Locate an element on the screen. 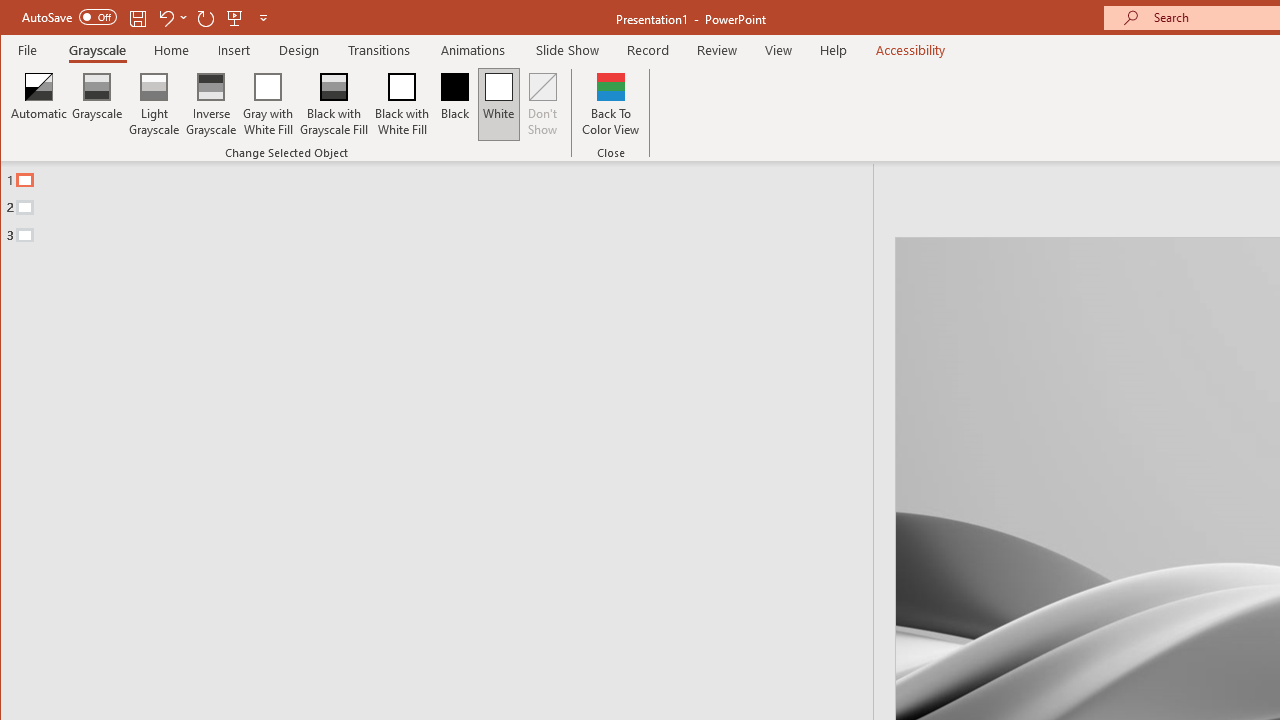 The width and height of the screenshot is (1280, 720). 'AutoSave' is located at coordinates (69, 17).